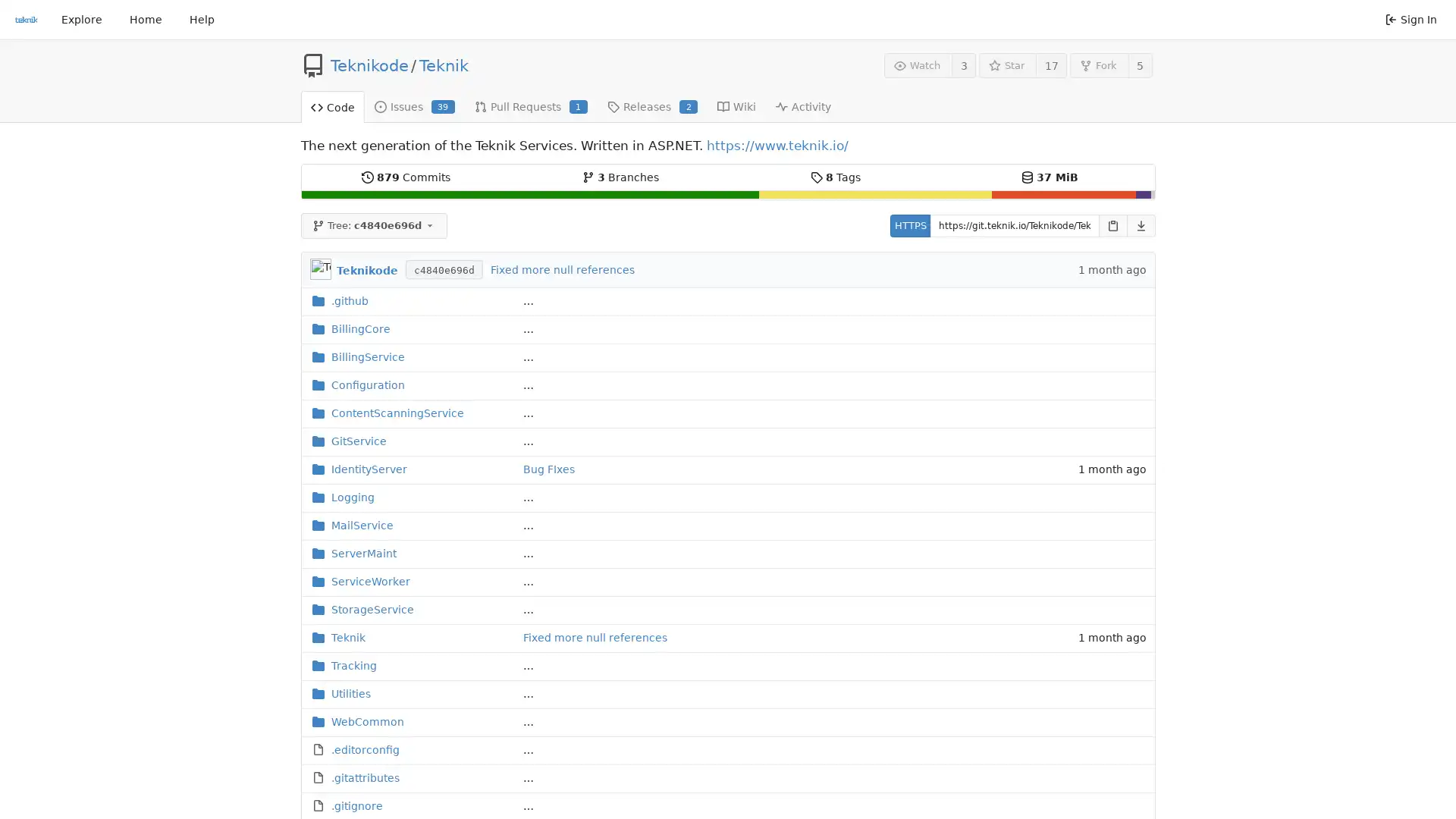 This screenshot has width=1456, height=819. I want to click on Star, so click(1007, 64).